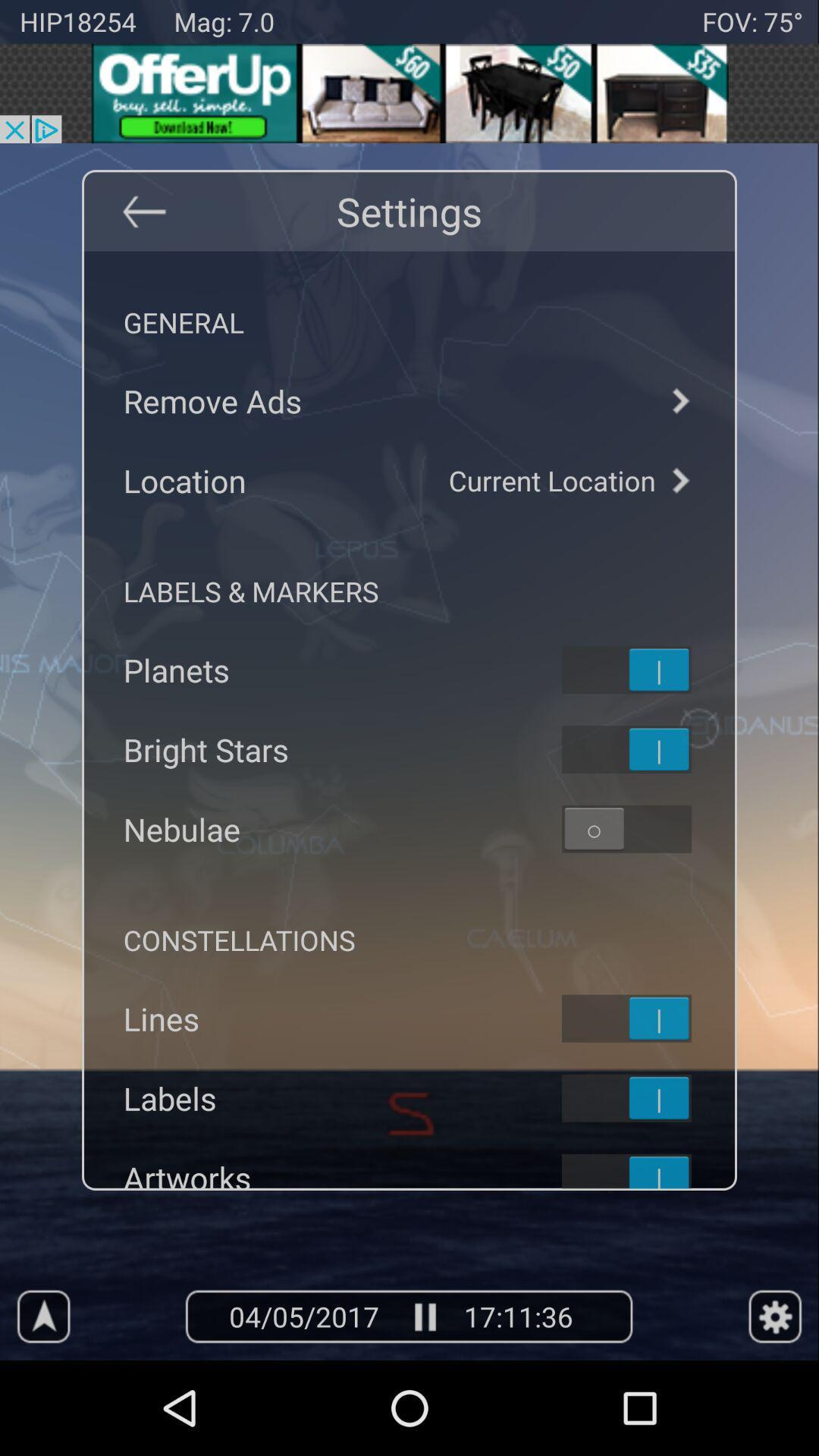 This screenshot has width=819, height=1456. Describe the element at coordinates (679, 400) in the screenshot. I see `foreword option` at that location.